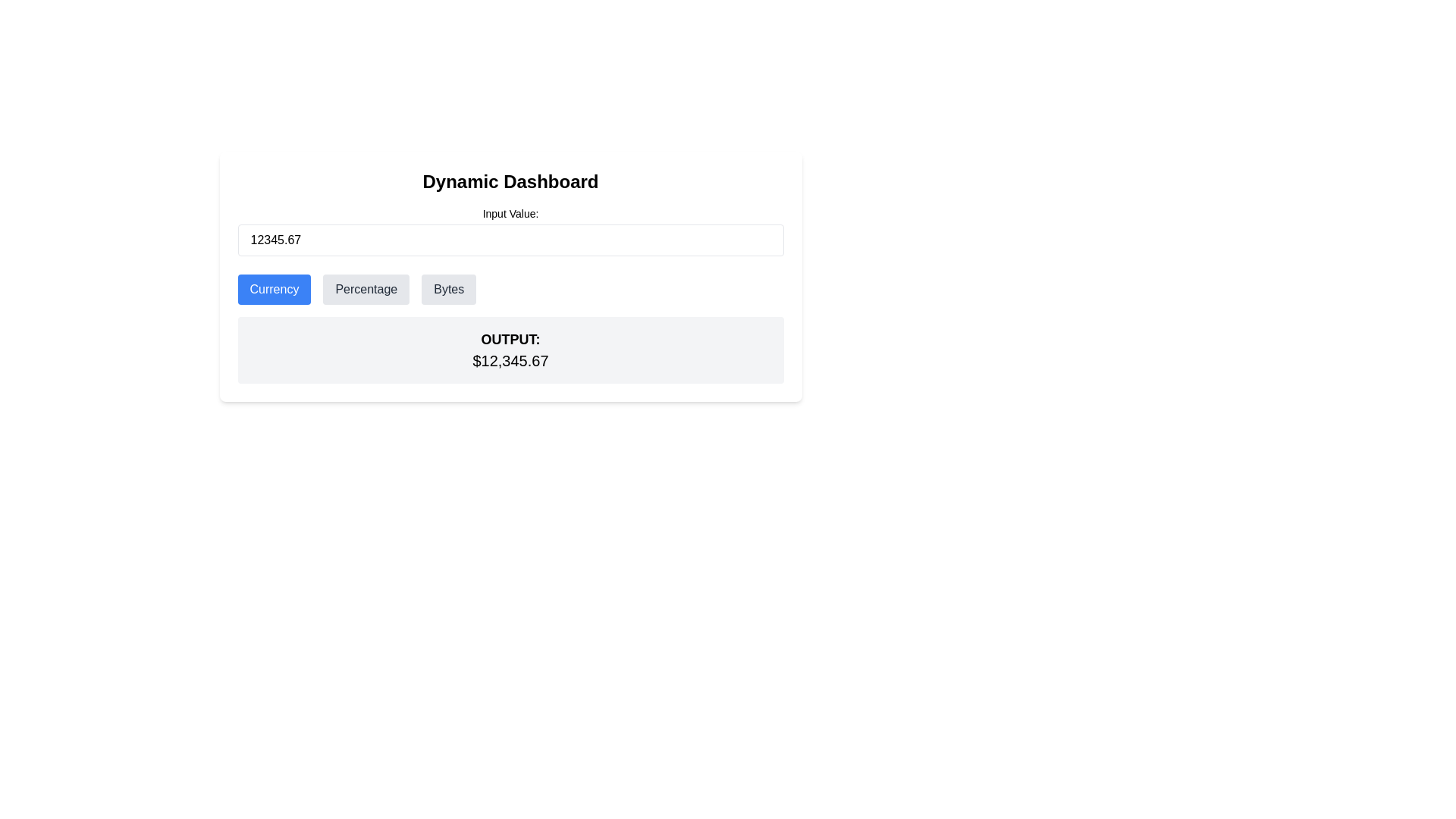 This screenshot has width=1456, height=819. I want to click on the numeric input field labeled 'Input Value:' which is pre-populated with '12345.67' to focus on it, so click(510, 231).